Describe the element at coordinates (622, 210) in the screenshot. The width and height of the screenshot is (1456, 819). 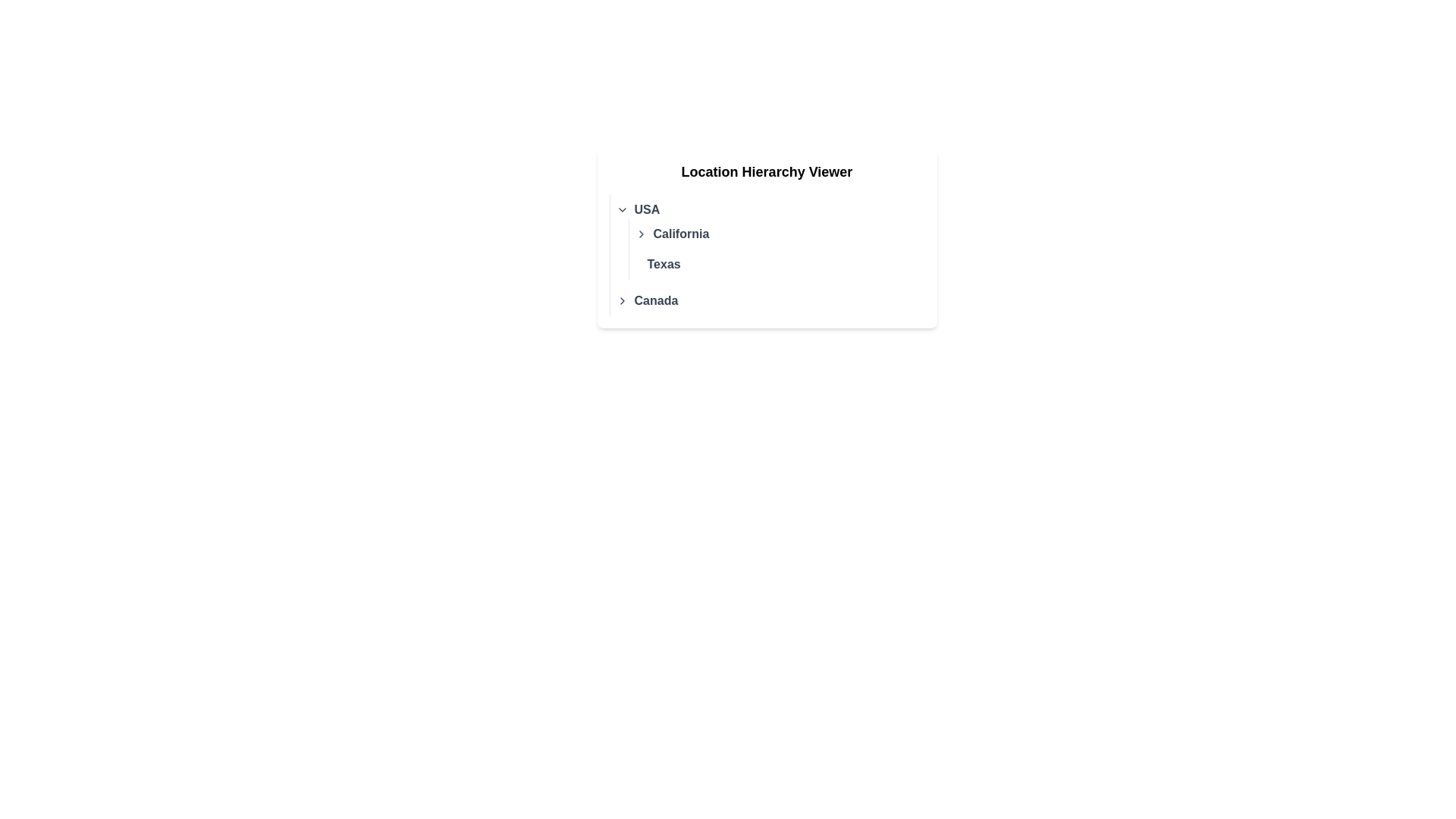
I see `the small downward-pointing chevron icon` at that location.